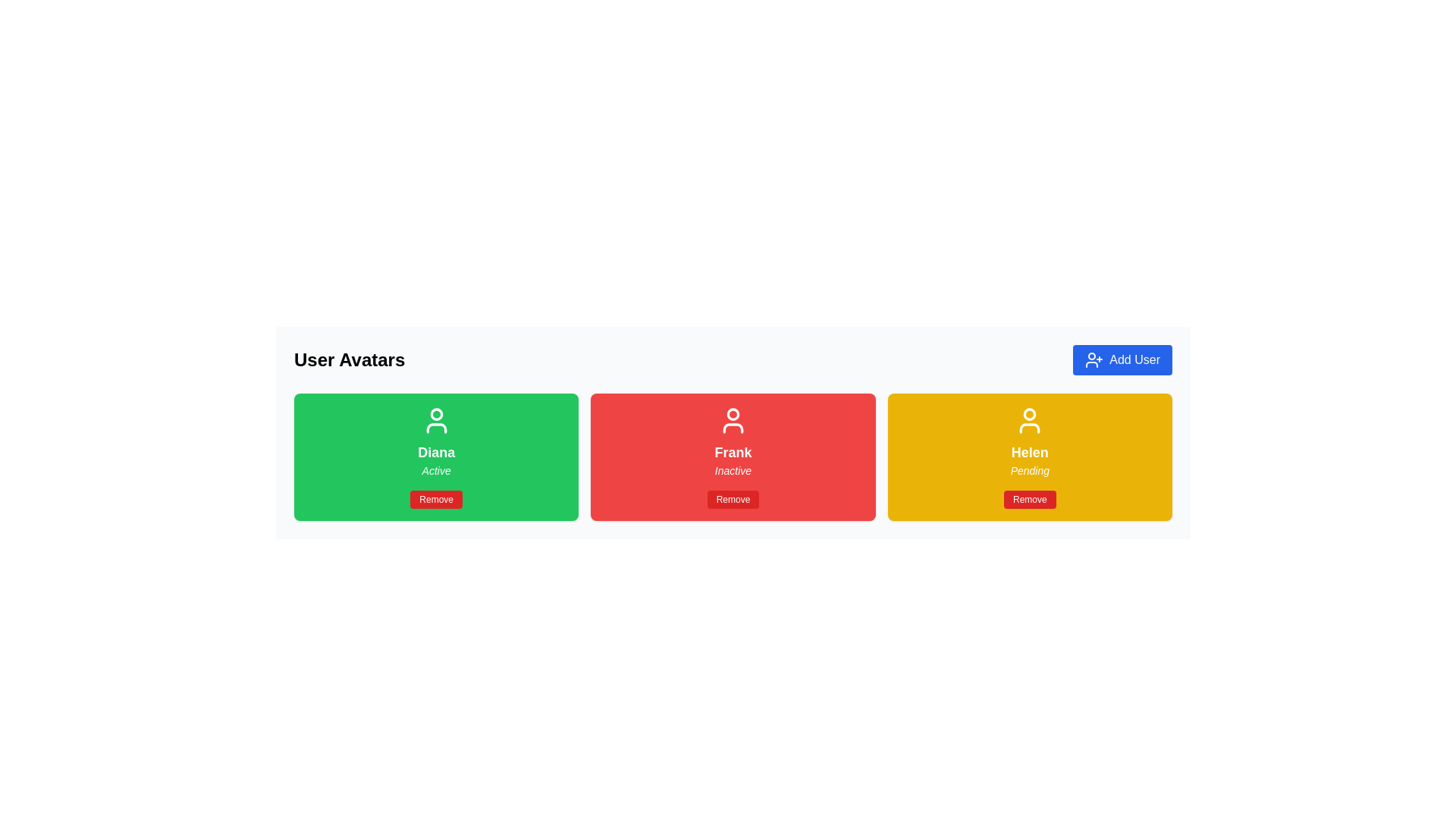 The height and width of the screenshot is (819, 1456). Describe the element at coordinates (435, 452) in the screenshot. I see `the text label identifying the user 'Diana', which is positioned below the user icon and above the smaller italic text labeled 'Active'` at that location.